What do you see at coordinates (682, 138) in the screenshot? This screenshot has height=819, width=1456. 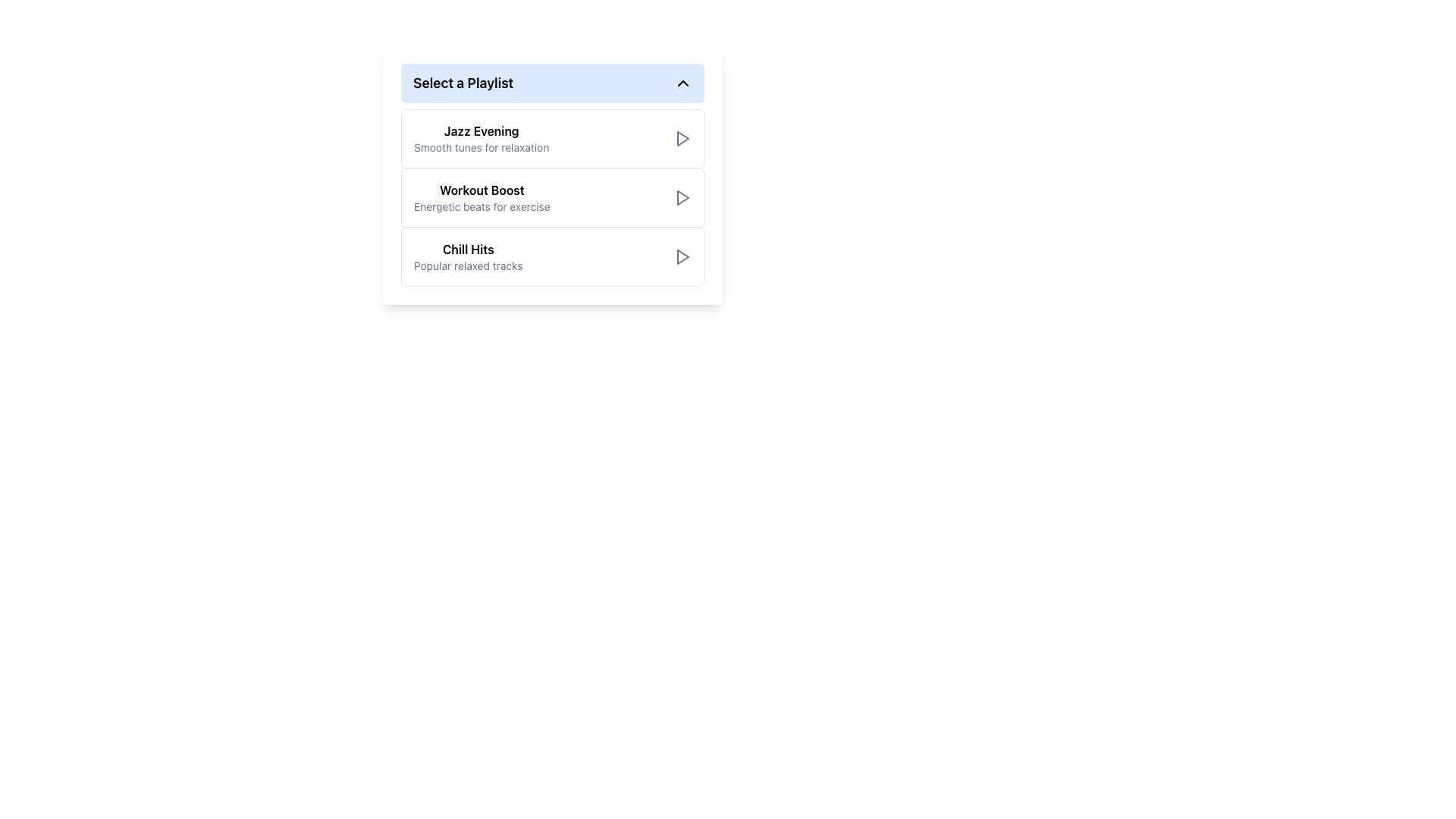 I see `the play button for the 'Jazz Evening' playlist item, located at the far right of the first item` at bounding box center [682, 138].